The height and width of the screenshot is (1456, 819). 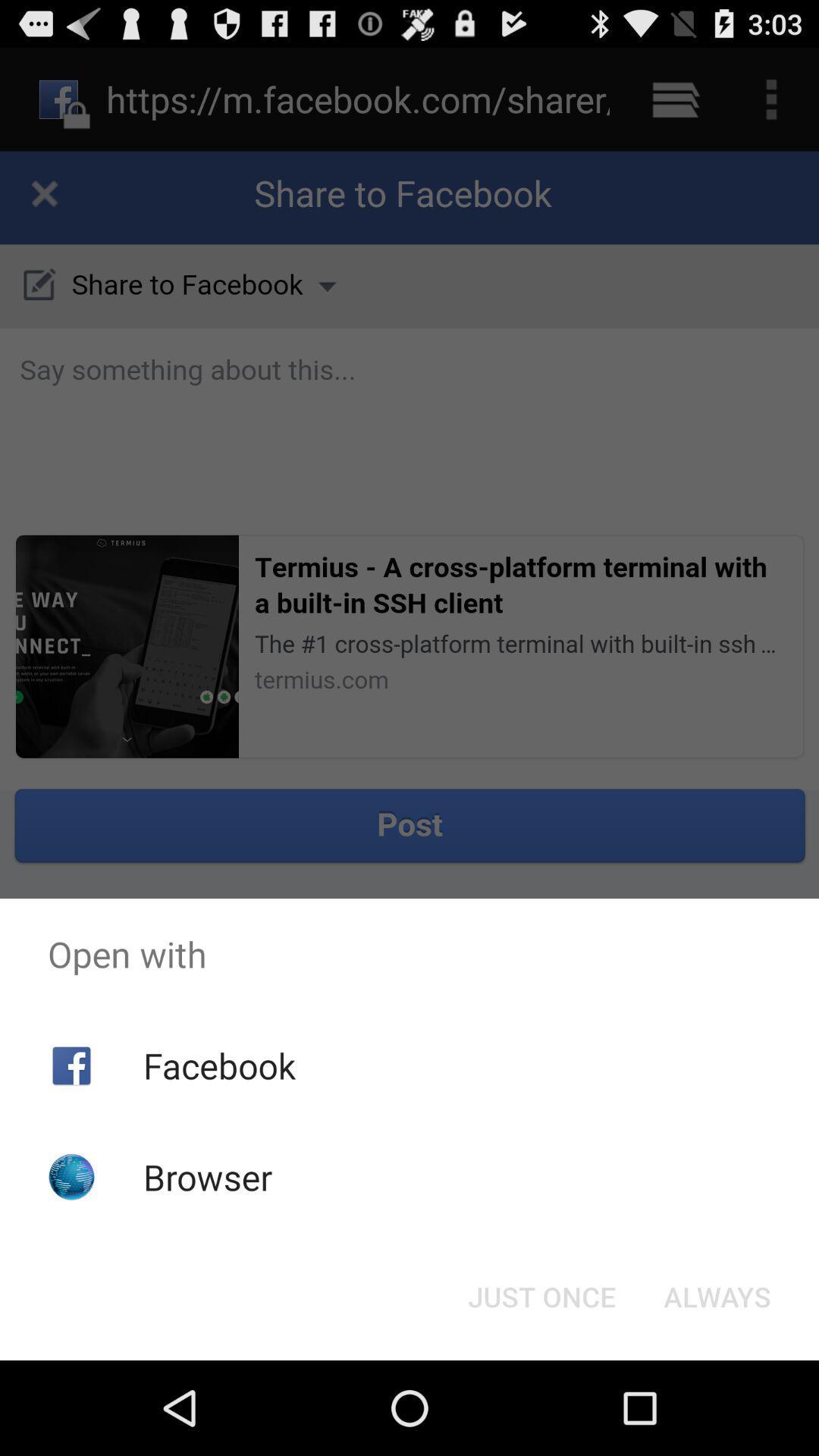 What do you see at coordinates (208, 1176) in the screenshot?
I see `the browser icon` at bounding box center [208, 1176].